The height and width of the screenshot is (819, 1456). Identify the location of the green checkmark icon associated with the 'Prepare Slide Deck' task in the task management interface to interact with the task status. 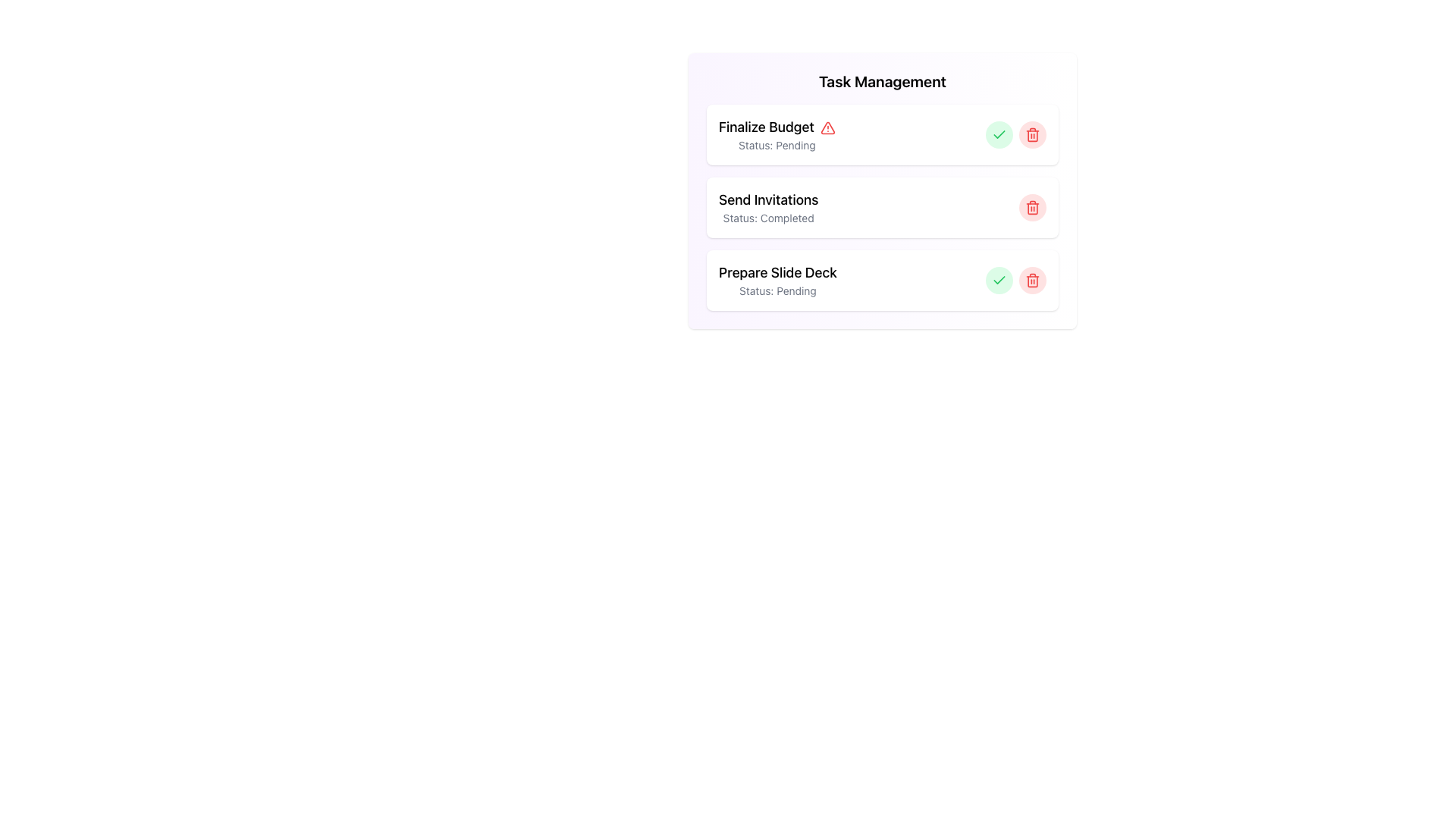
(999, 281).